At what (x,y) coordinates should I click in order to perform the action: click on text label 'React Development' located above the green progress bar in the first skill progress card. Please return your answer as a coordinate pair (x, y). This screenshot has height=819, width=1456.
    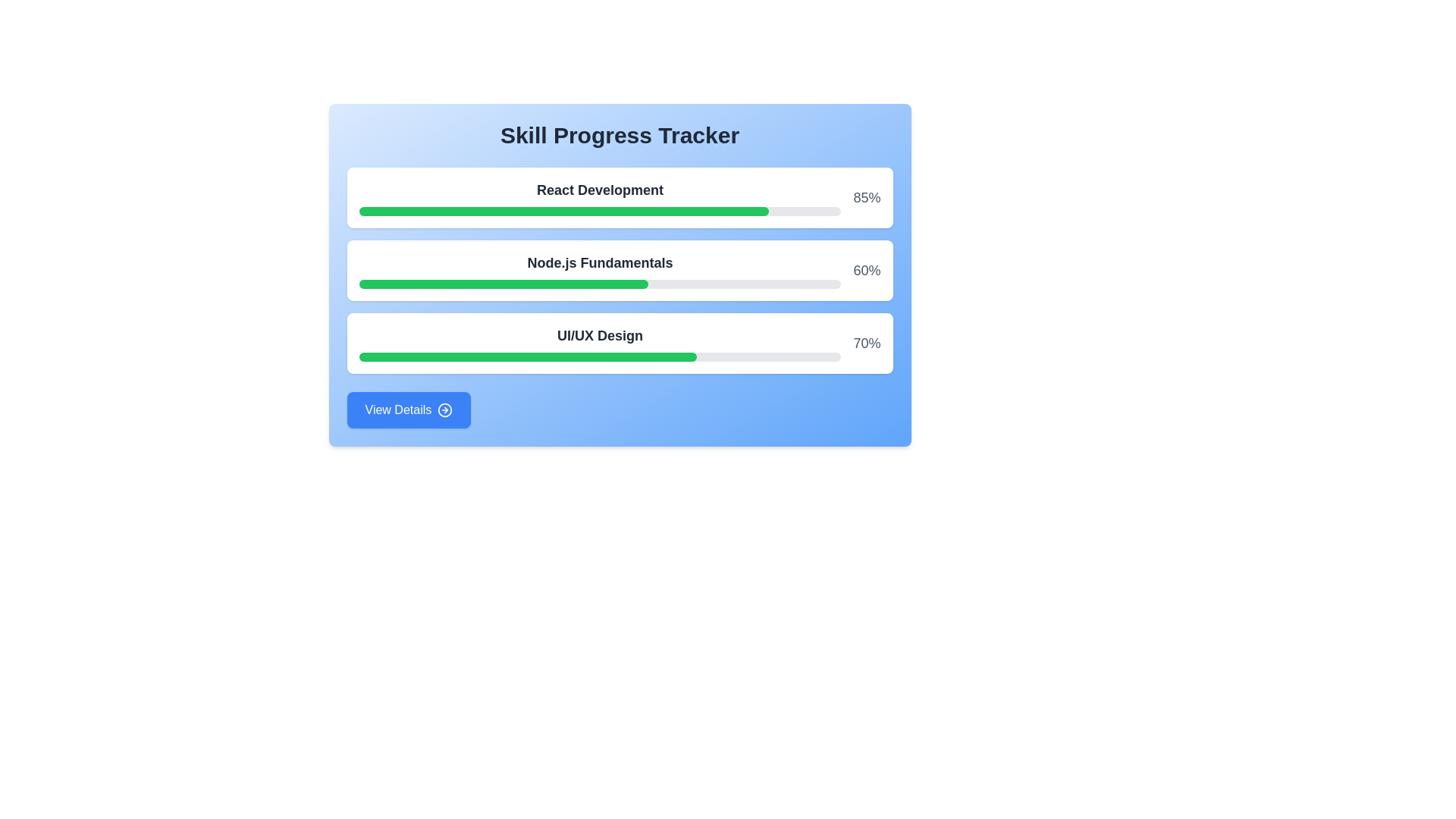
    Looking at the image, I should click on (599, 197).